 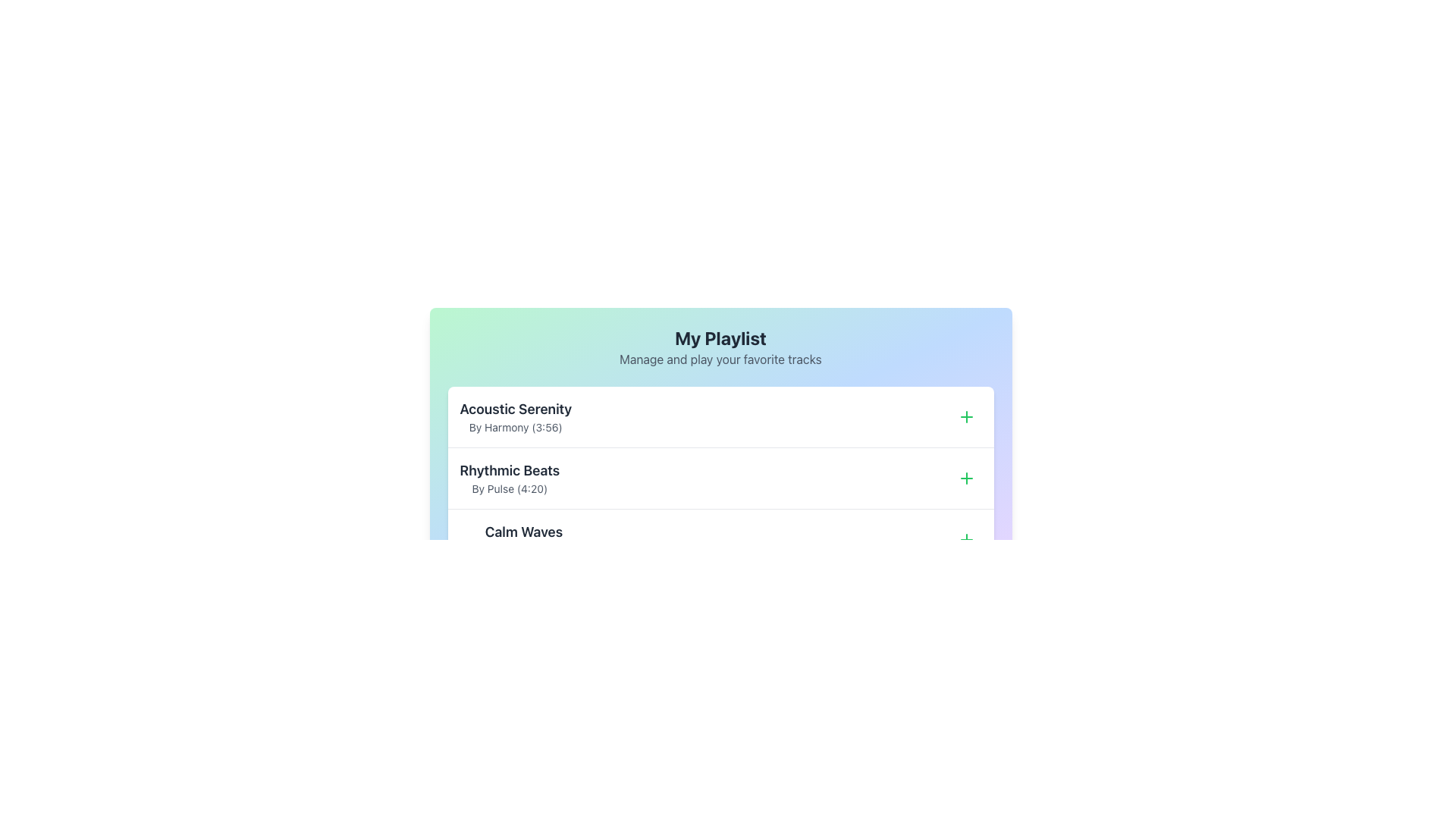 What do you see at coordinates (965, 479) in the screenshot?
I see `the green plus icon button located on the right side of the 'Rhythmic Beats' playlist entry` at bounding box center [965, 479].